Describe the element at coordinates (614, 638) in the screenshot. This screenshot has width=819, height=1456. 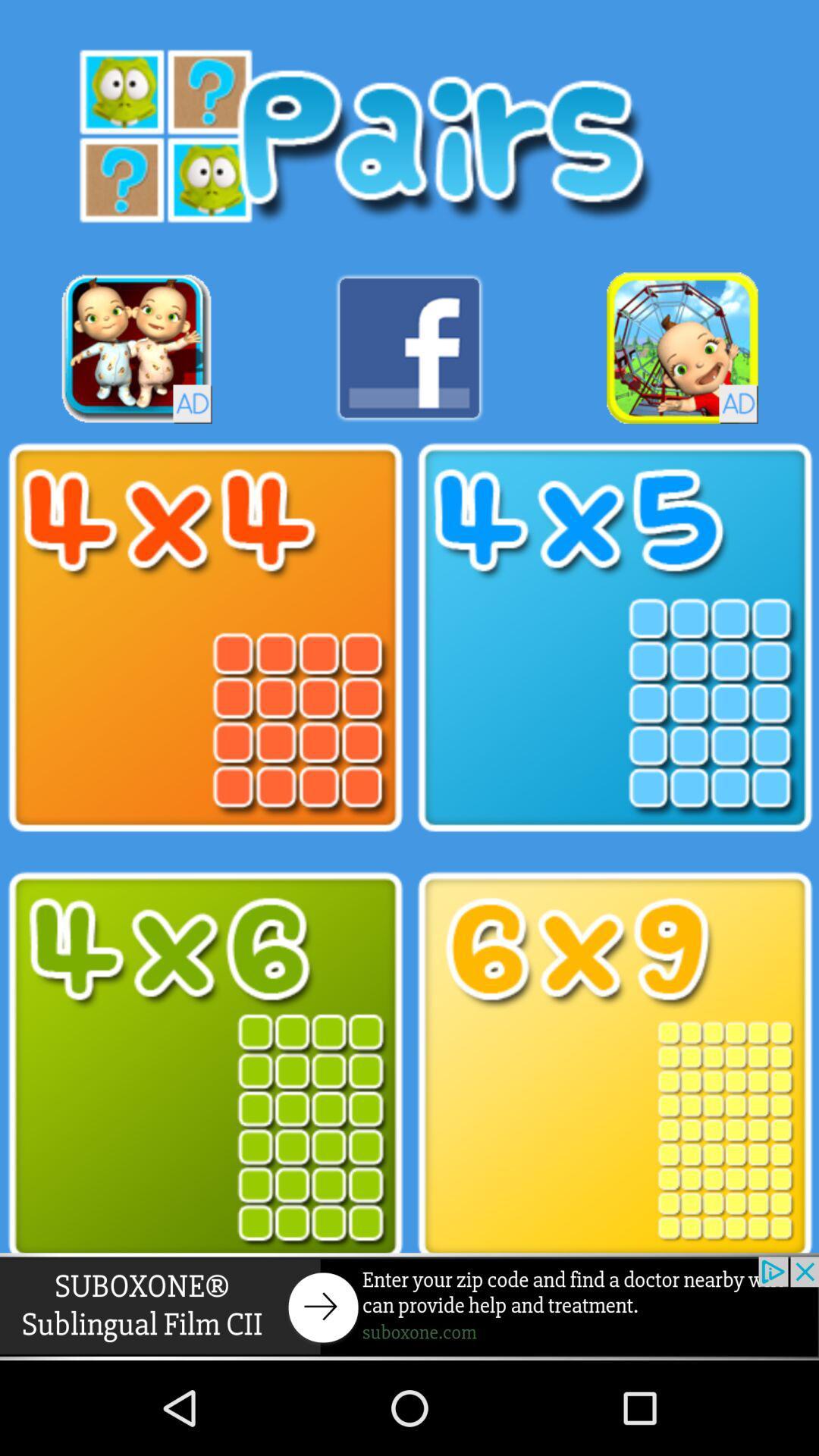
I see `games` at that location.